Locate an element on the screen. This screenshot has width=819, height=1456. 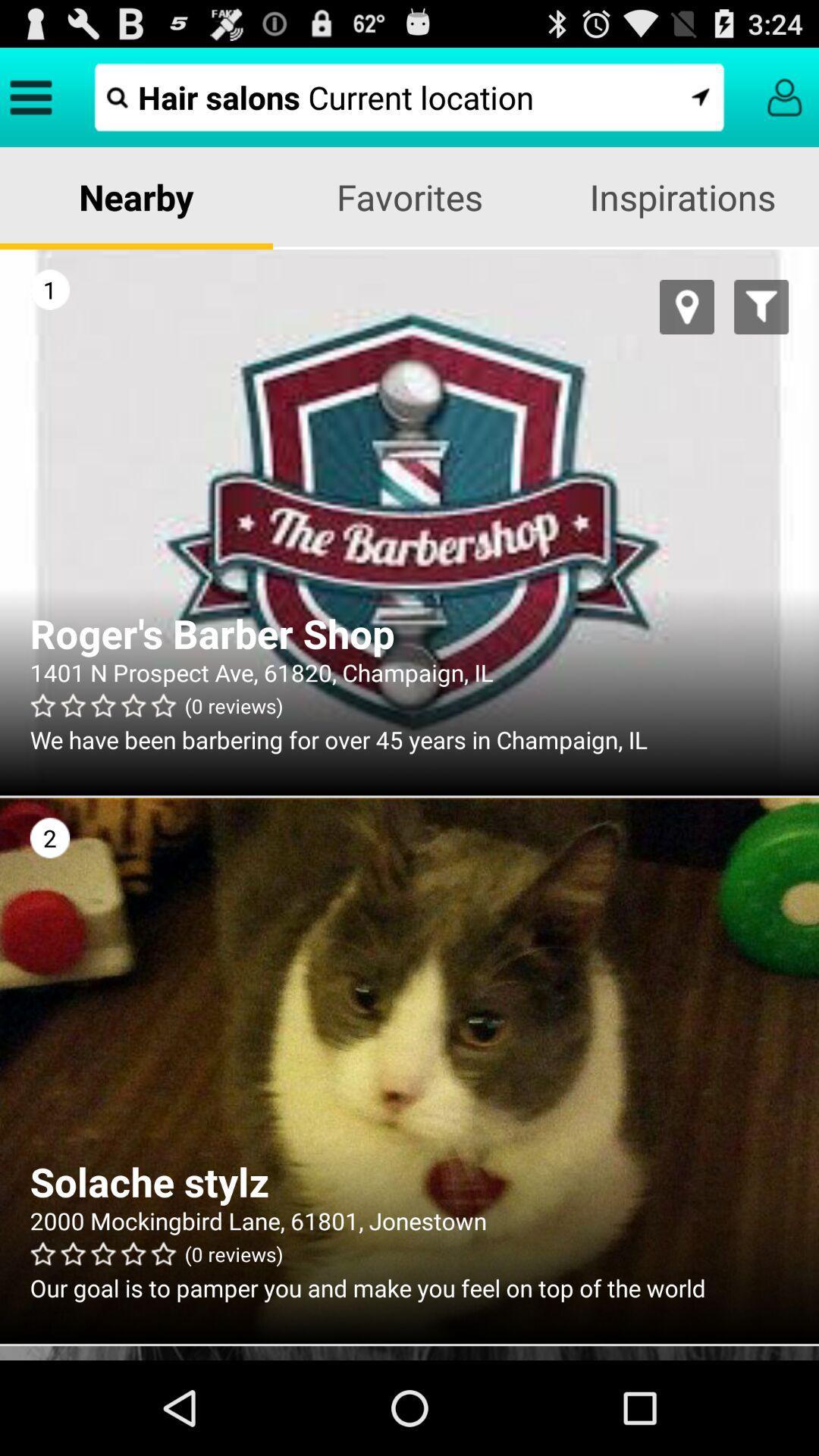
item above nearby app is located at coordinates (409, 96).